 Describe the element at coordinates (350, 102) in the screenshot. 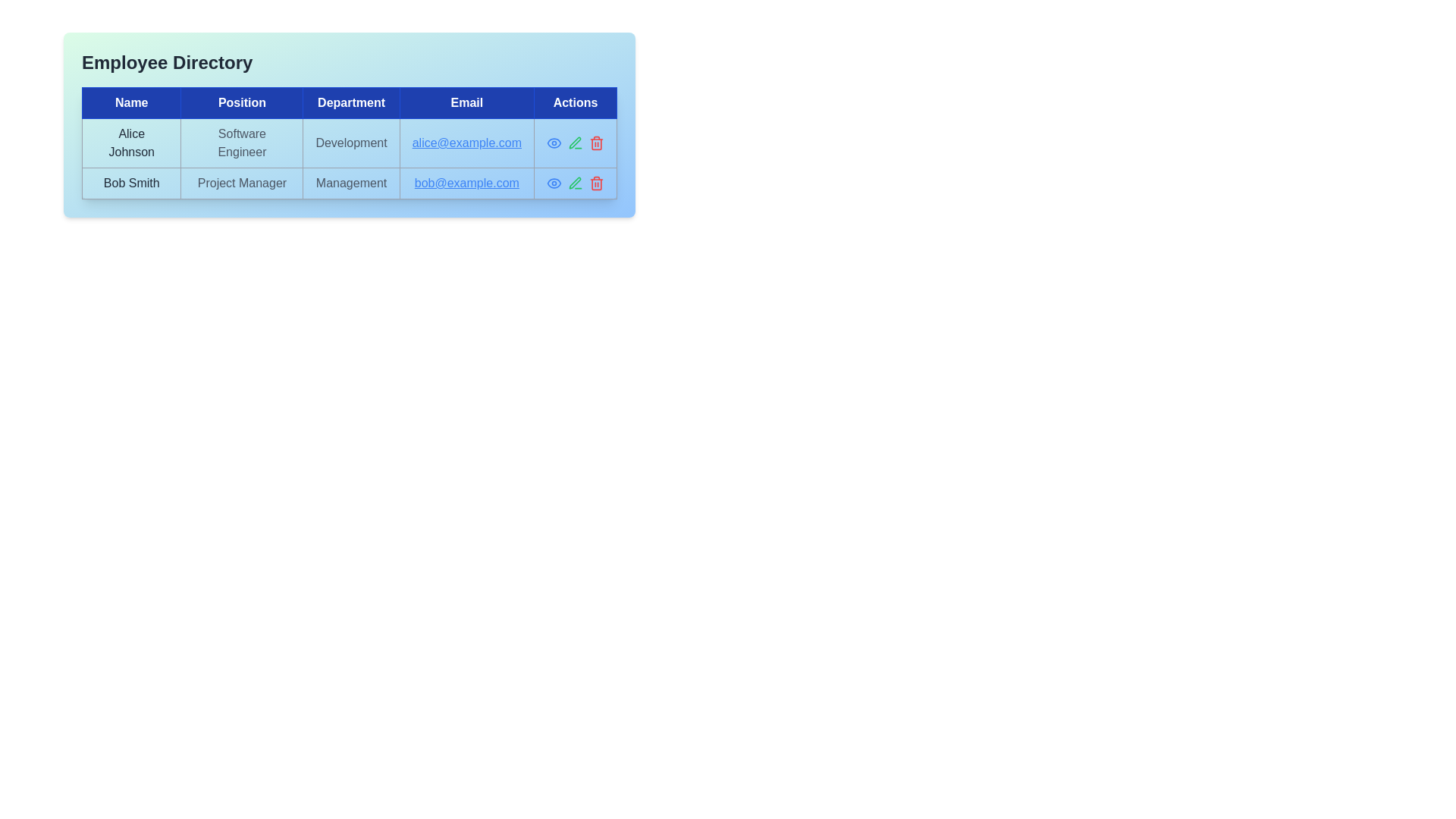

I see `the 'Department' header label in the table column, which is prominently displayed with bold white text on a blue background` at that location.